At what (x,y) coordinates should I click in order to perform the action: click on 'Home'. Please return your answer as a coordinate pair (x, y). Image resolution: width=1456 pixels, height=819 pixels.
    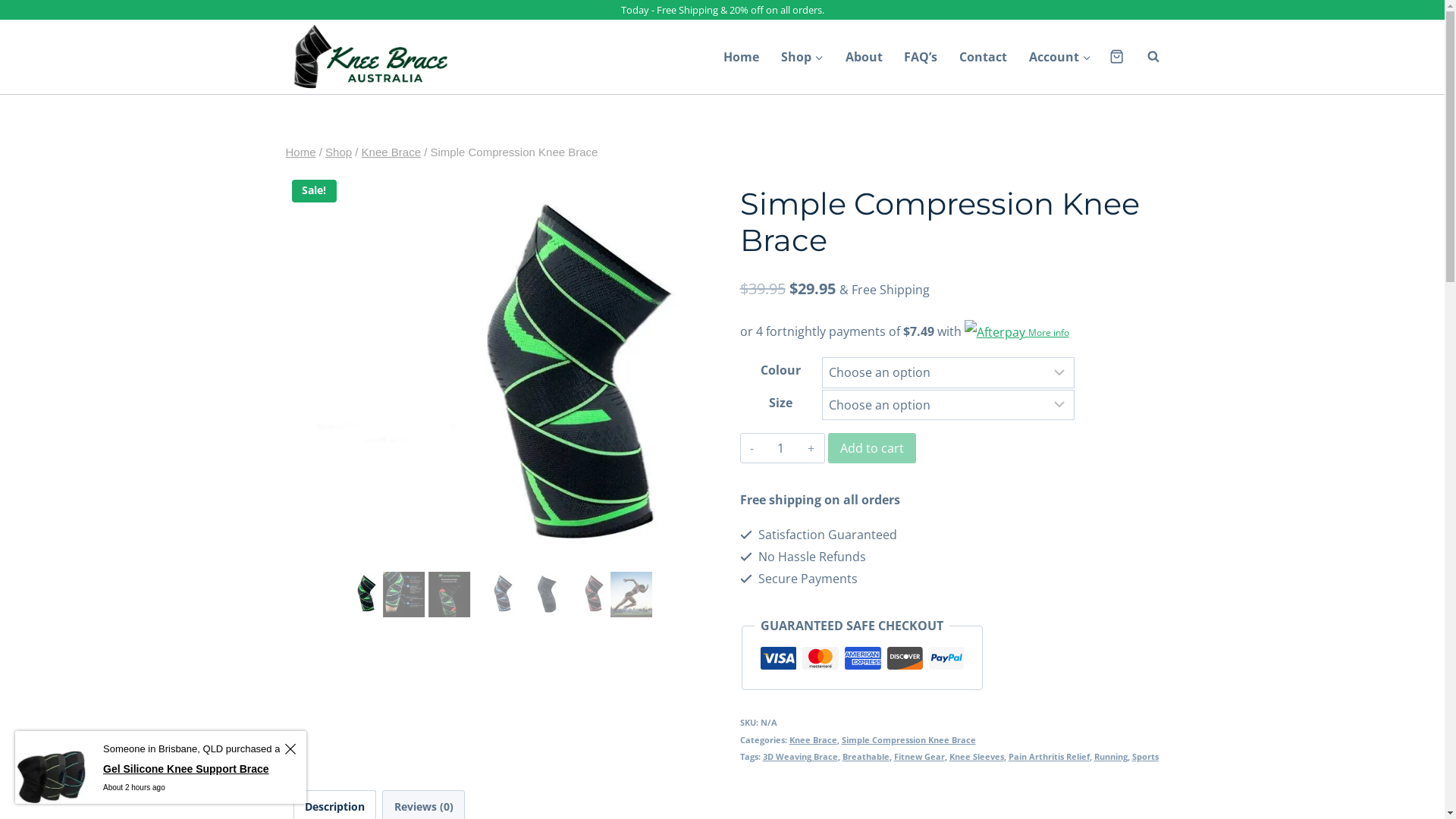
    Looking at the image, I should click on (742, 55).